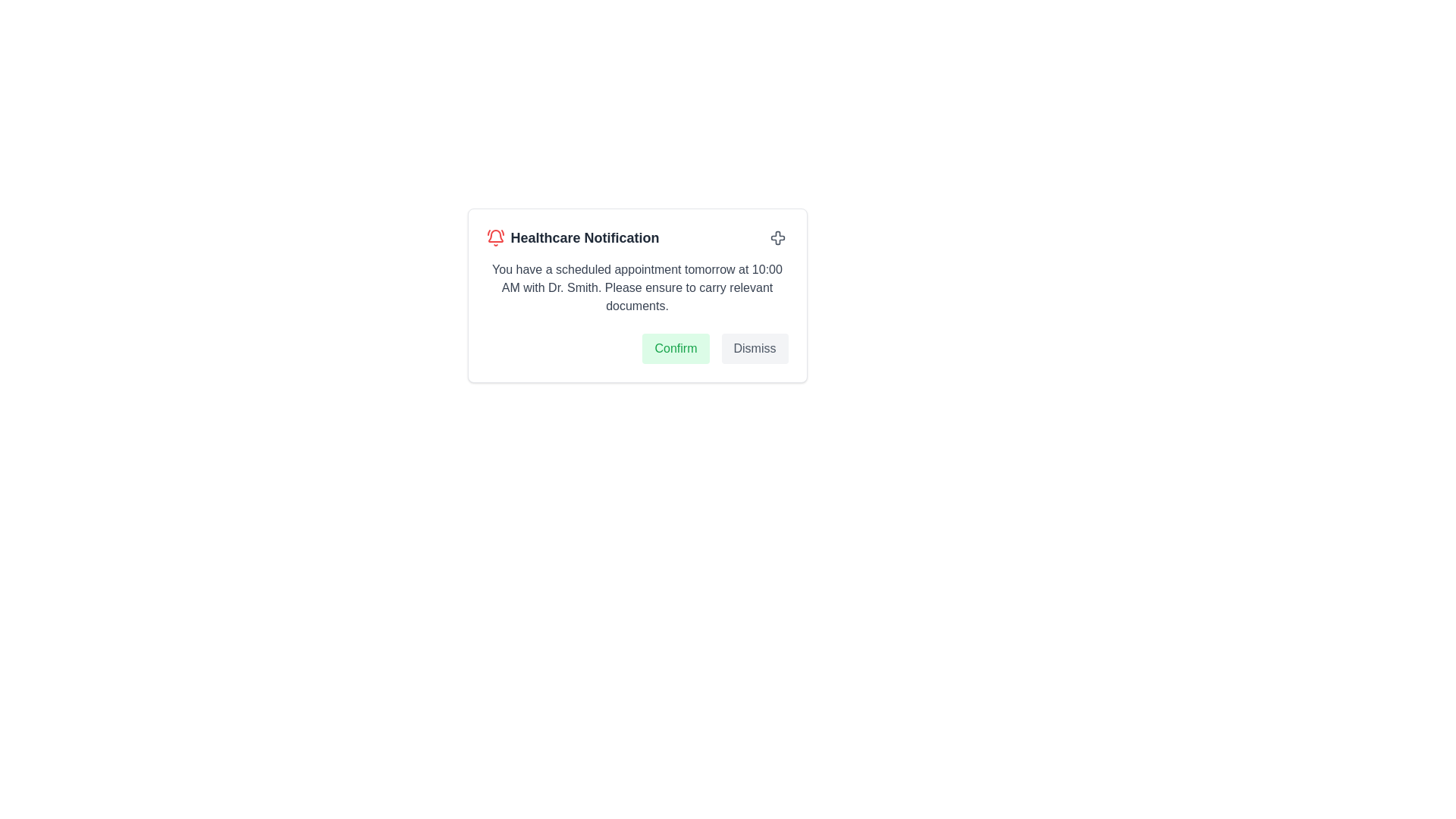  Describe the element at coordinates (755, 348) in the screenshot. I see `the dismiss button located at the bottom-right corner of the notification interface` at that location.